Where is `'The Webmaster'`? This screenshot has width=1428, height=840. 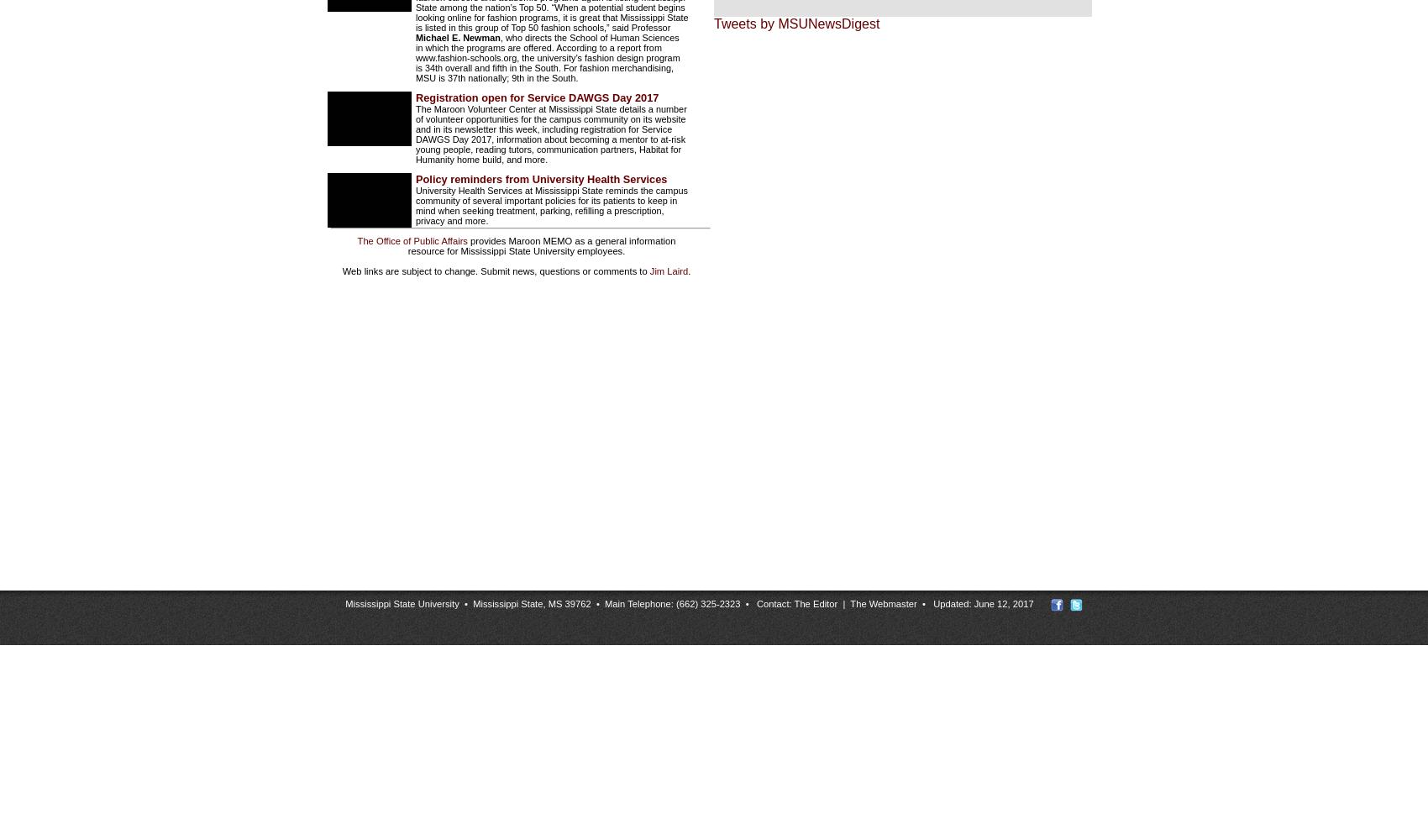
'The Webmaster' is located at coordinates (882, 602).